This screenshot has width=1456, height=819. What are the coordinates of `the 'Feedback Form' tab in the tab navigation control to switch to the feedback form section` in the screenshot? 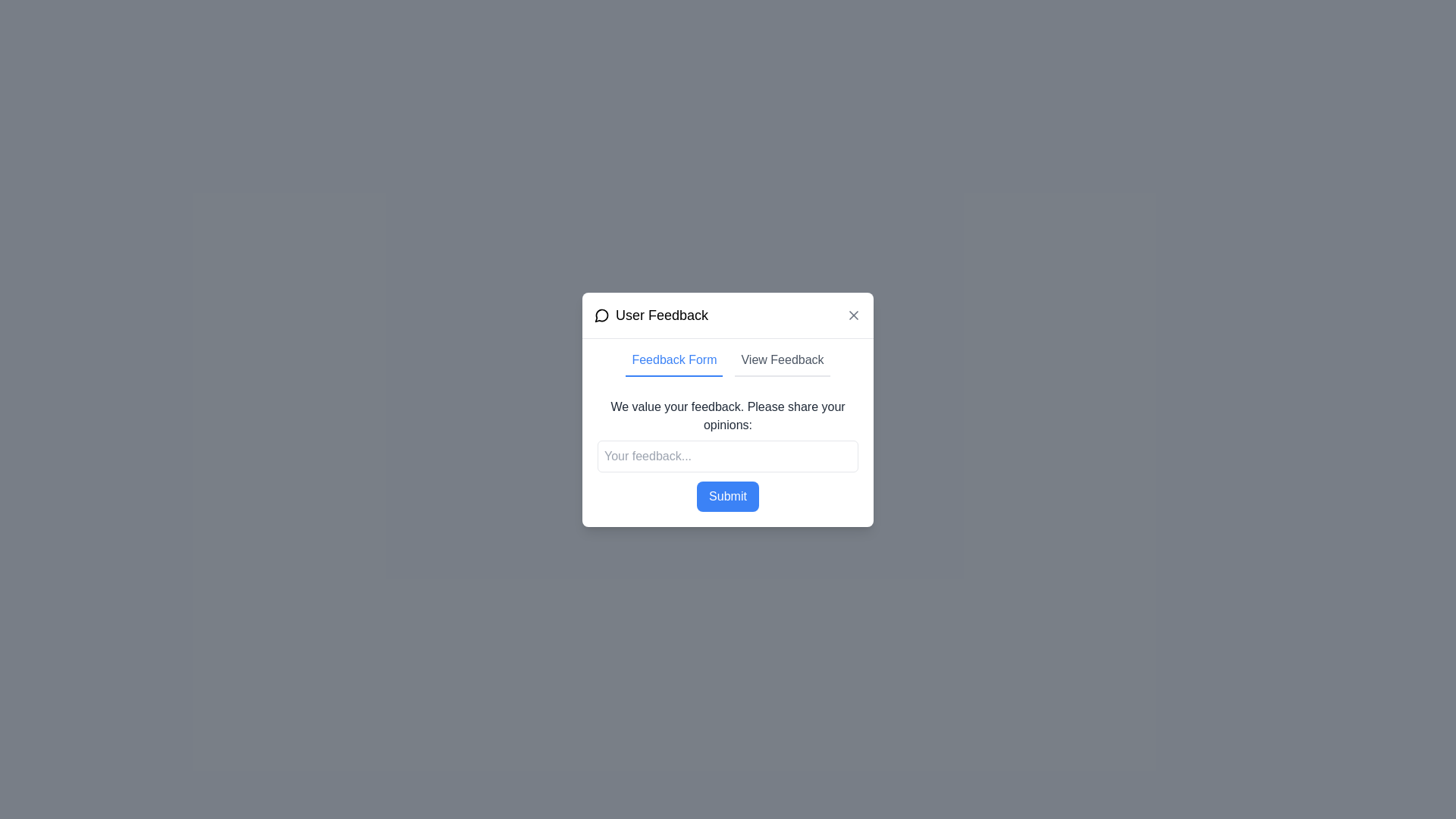 It's located at (728, 359).